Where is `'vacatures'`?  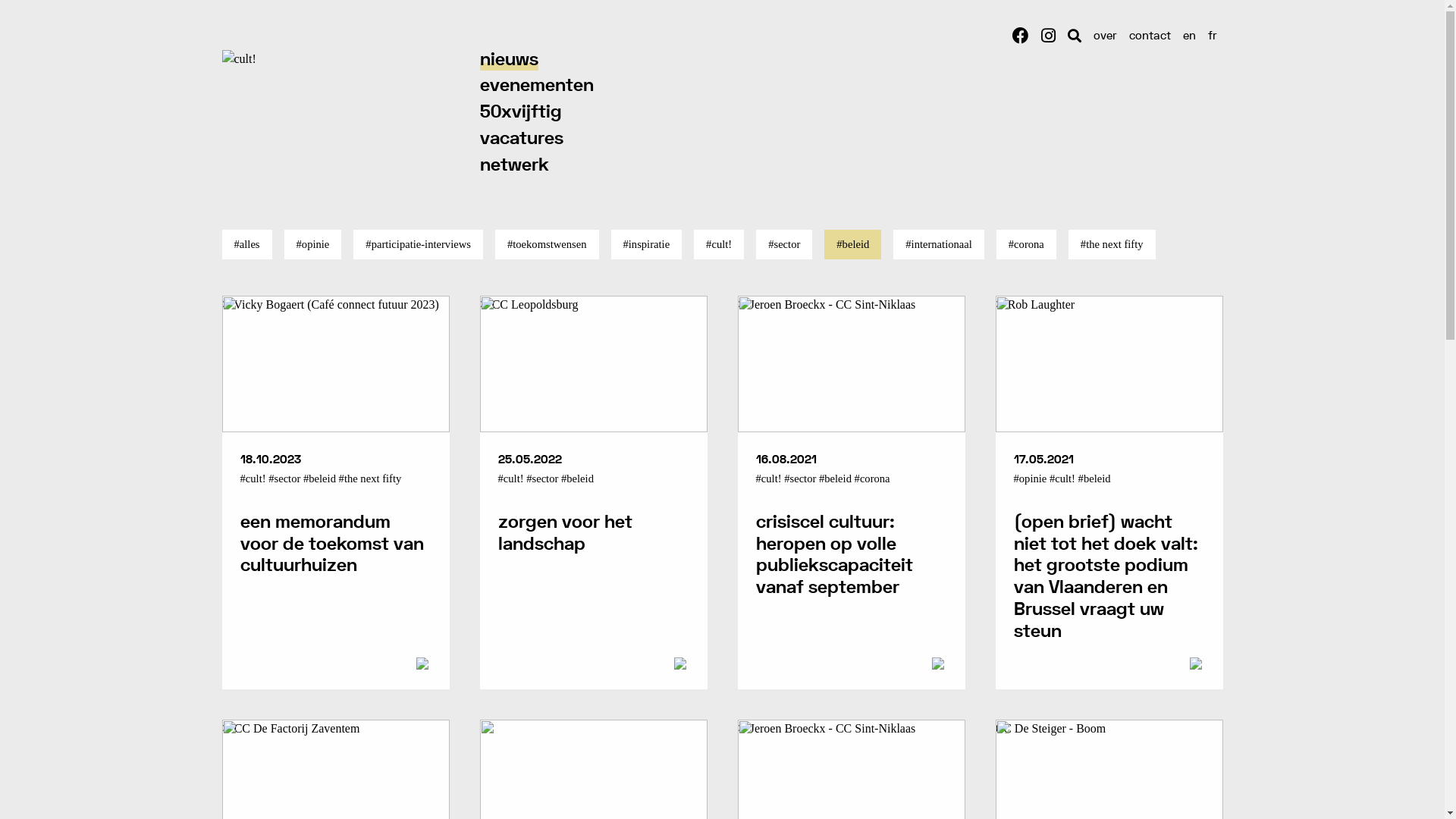
'vacatures' is located at coordinates (520, 139).